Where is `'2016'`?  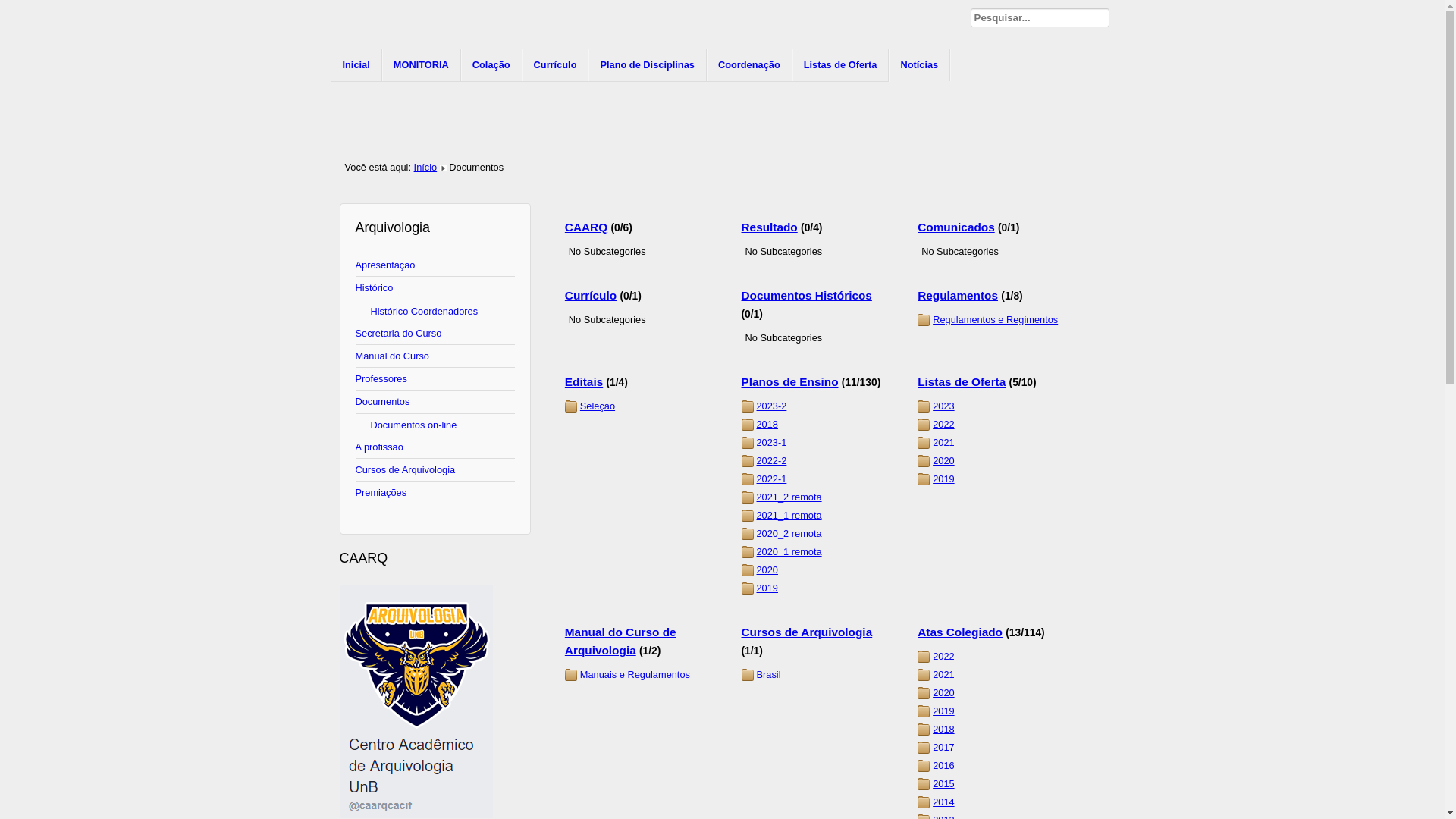
'2016' is located at coordinates (942, 765).